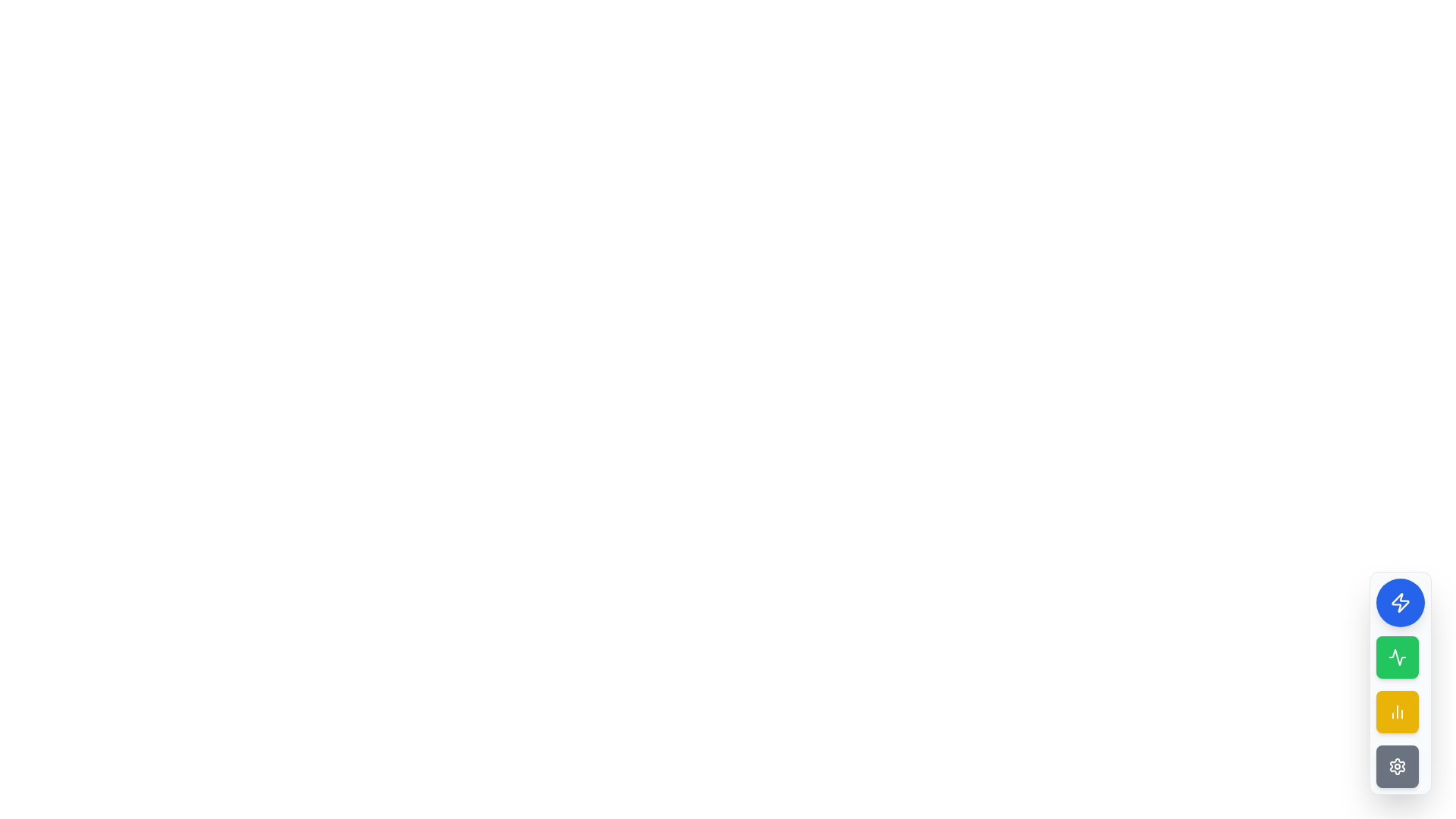 The height and width of the screenshot is (819, 1456). I want to click on the navigation button related to data visualization, located below the green button and above the gray button in the vertical stack on the right side of the interface, so click(1397, 711).